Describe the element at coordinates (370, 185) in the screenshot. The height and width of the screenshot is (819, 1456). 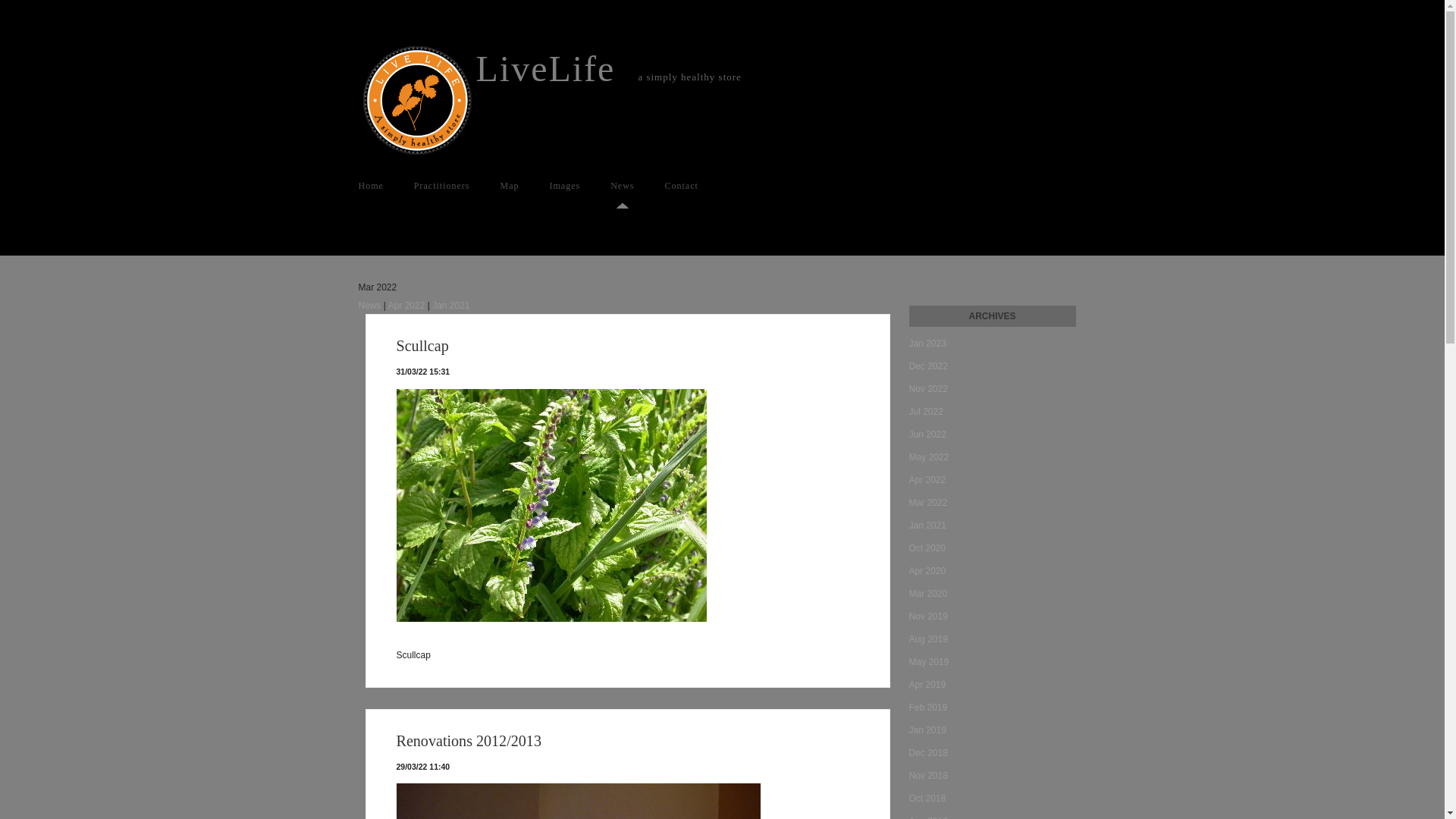
I see `'Home'` at that location.